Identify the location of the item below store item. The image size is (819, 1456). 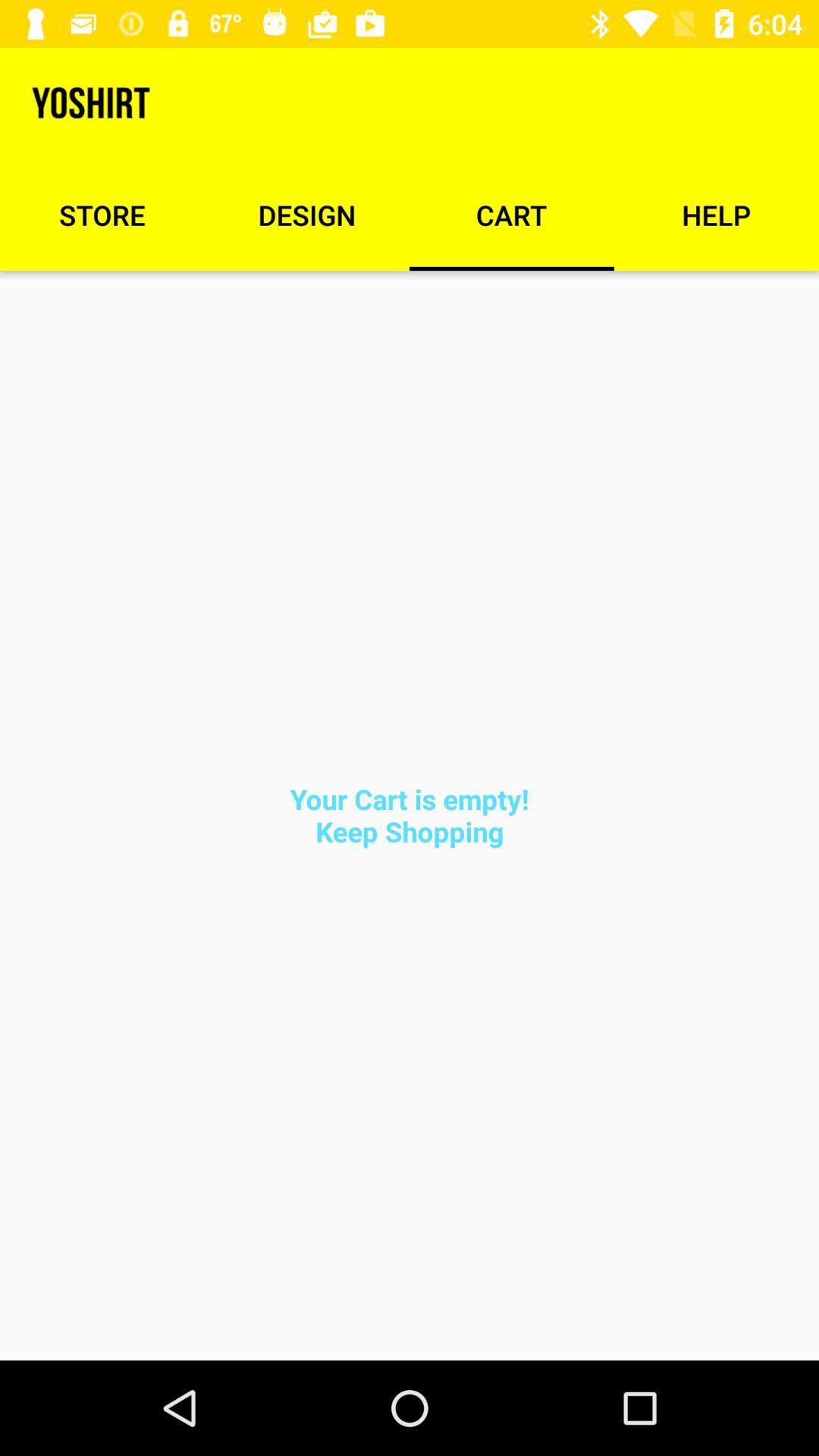
(409, 814).